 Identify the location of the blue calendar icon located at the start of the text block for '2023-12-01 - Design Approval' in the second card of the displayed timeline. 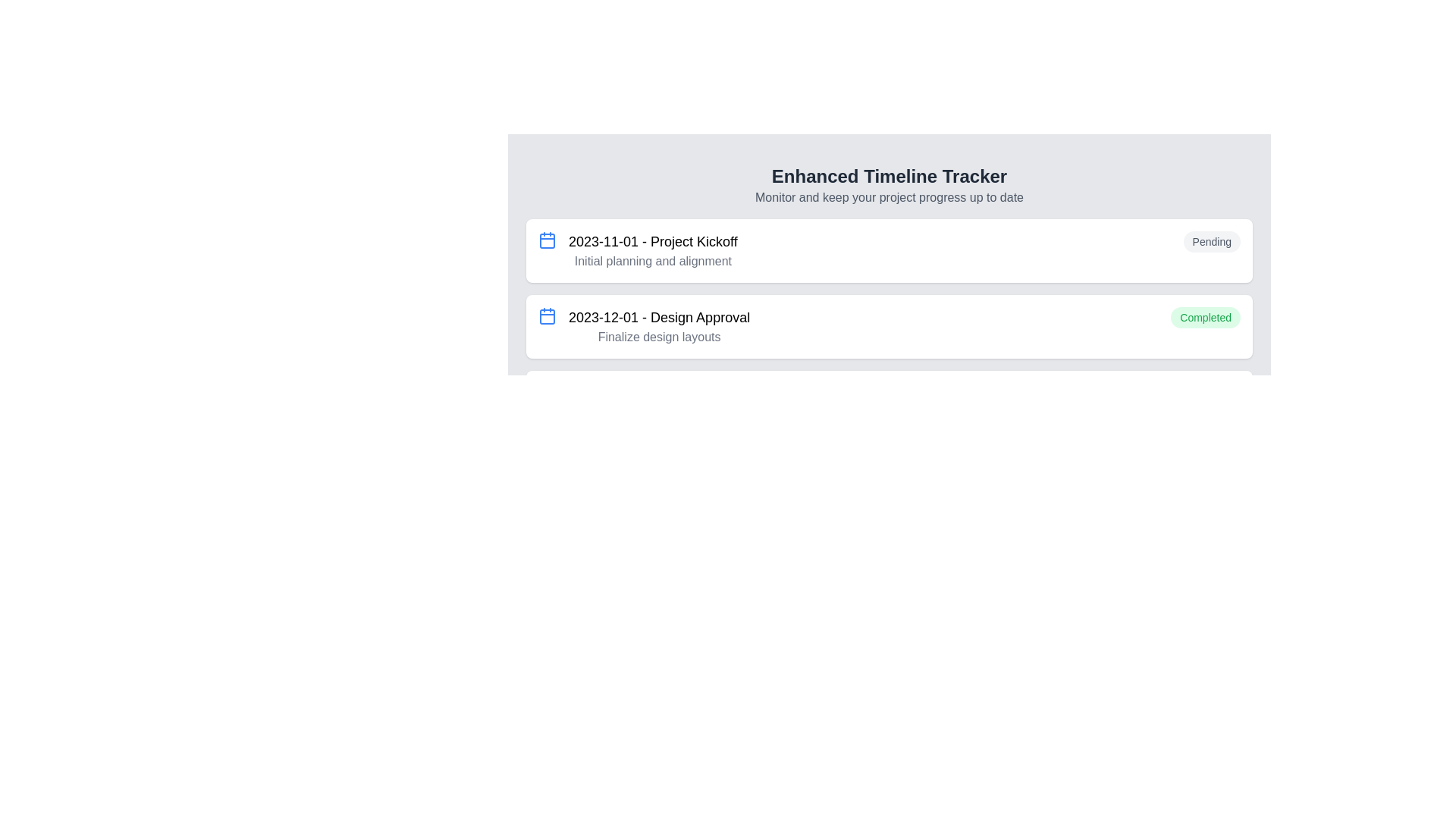
(546, 315).